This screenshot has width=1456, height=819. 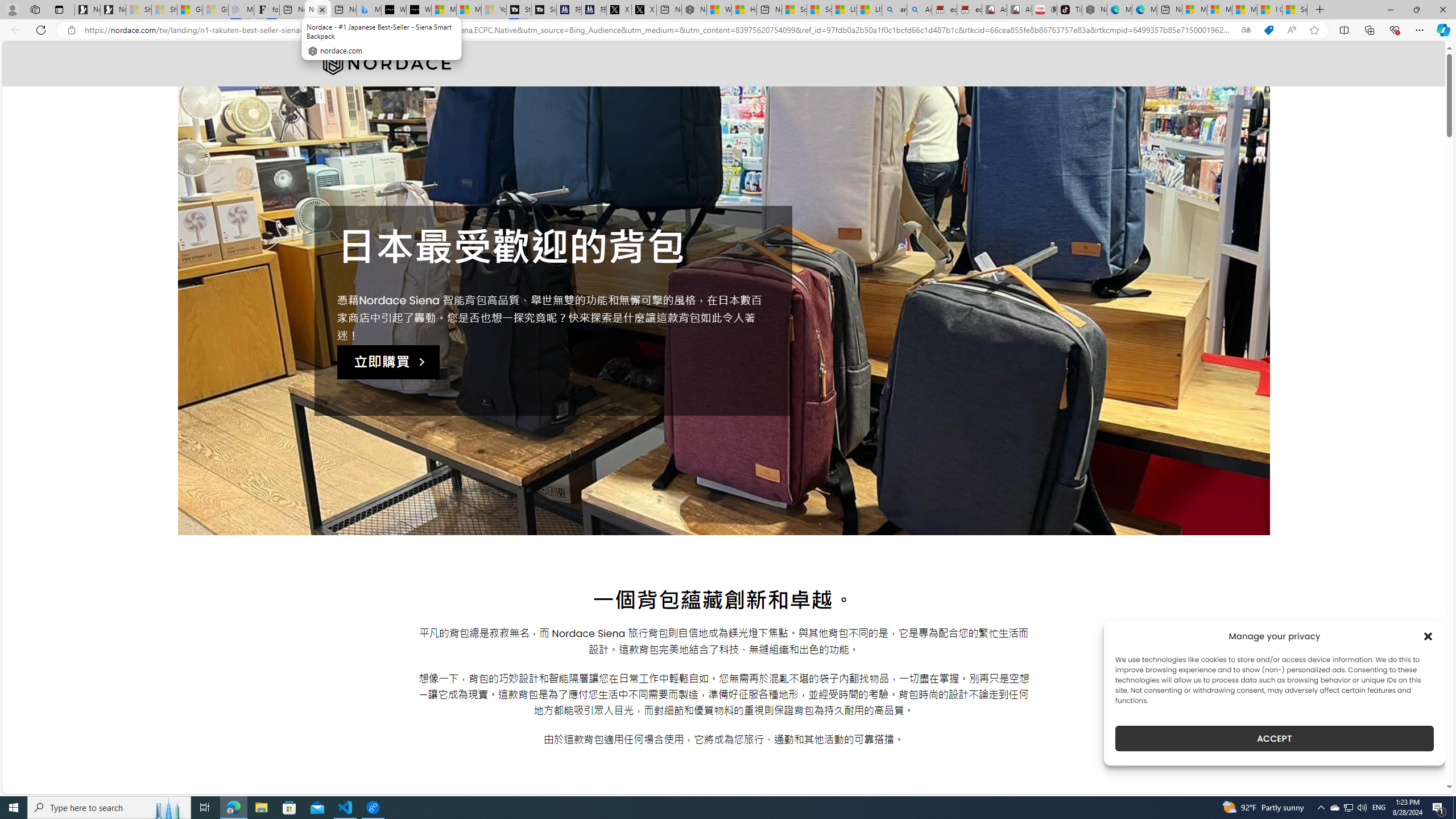 What do you see at coordinates (1268, 30) in the screenshot?
I see `'This site has coupons! Shopping in Microsoft Edge'` at bounding box center [1268, 30].